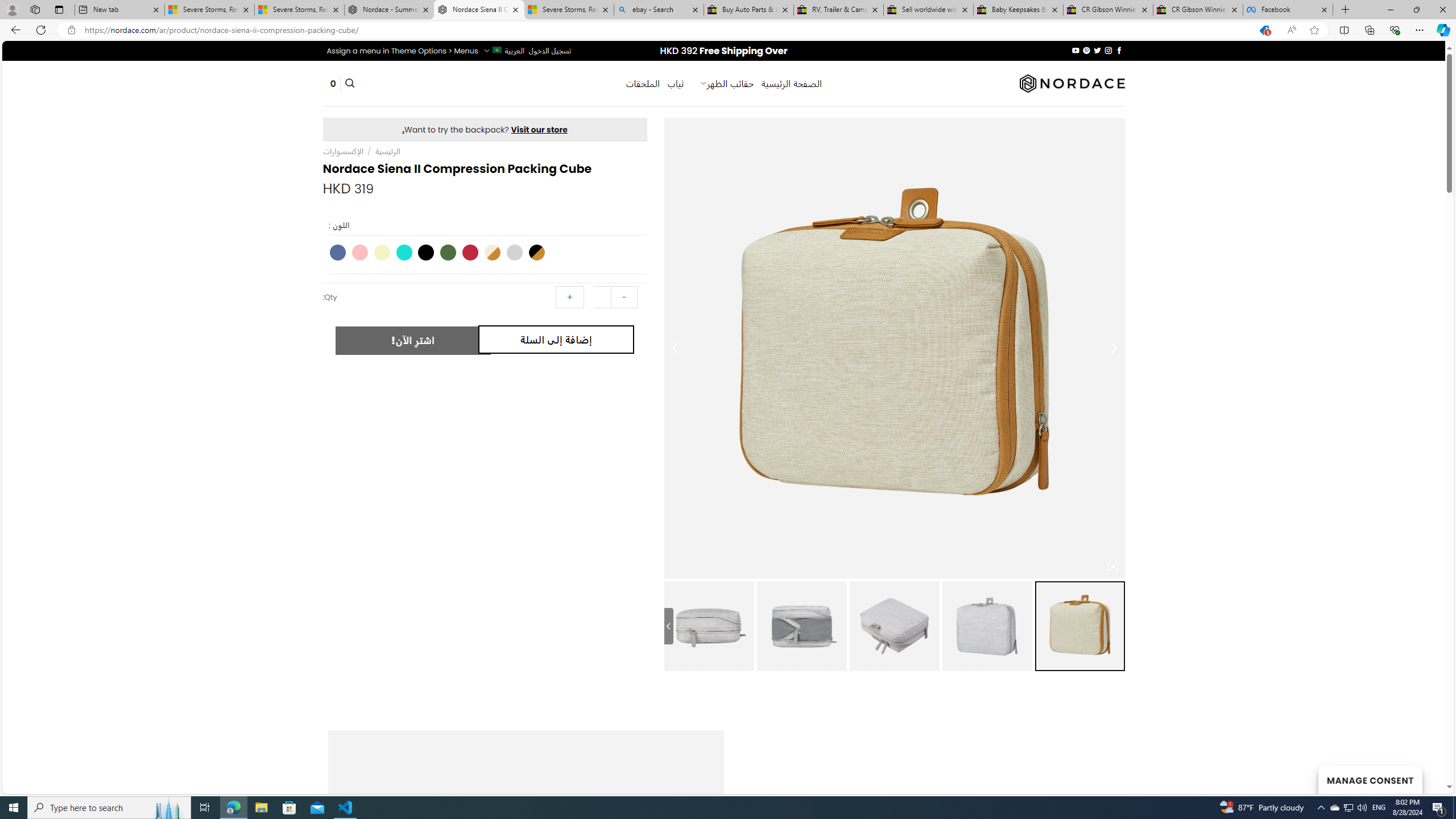 Image resolution: width=1456 pixels, height=819 pixels. Describe the element at coordinates (1075, 50) in the screenshot. I see `'Follow on YouTube'` at that location.